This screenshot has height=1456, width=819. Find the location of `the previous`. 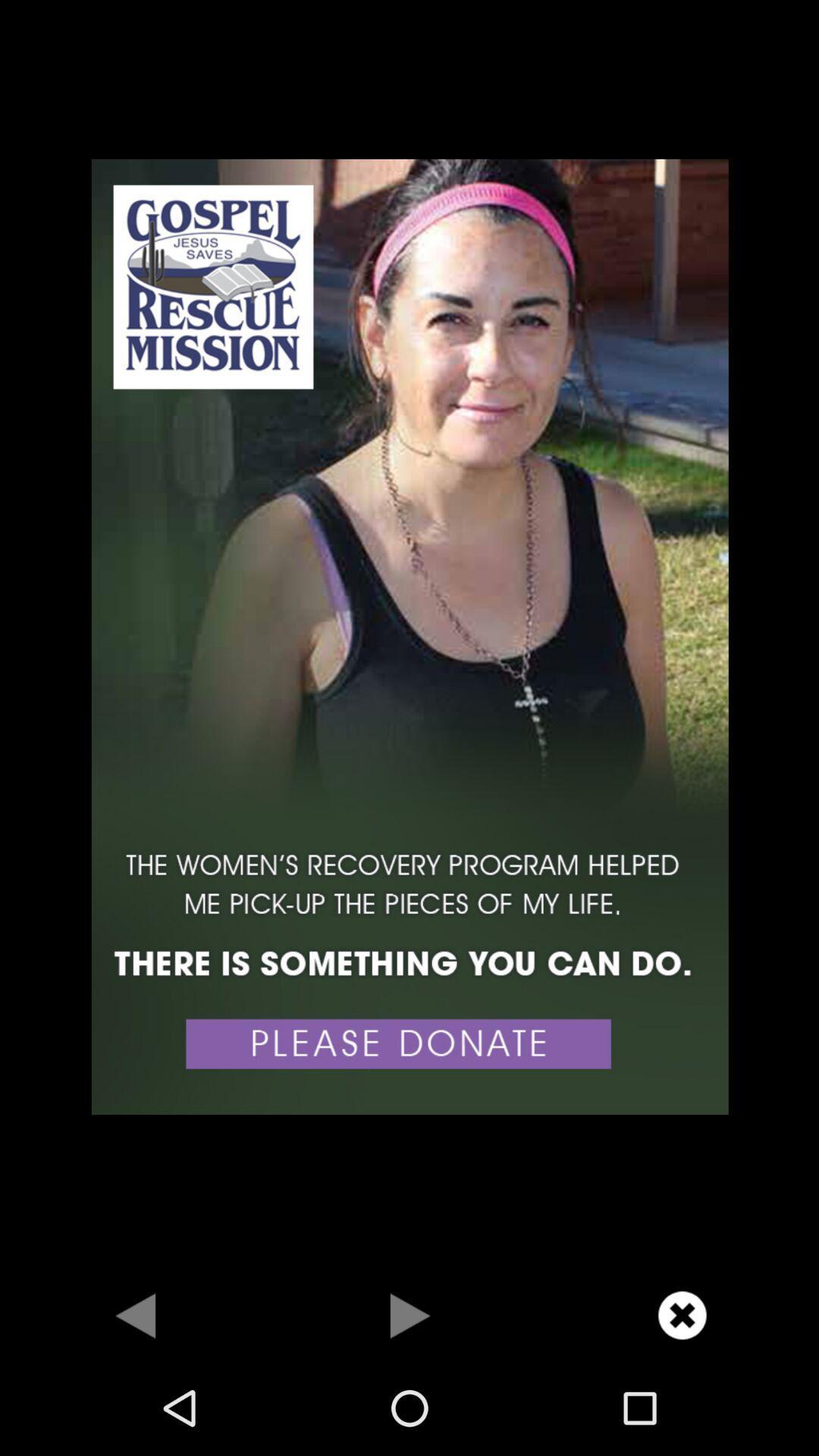

the previous is located at coordinates (136, 1314).